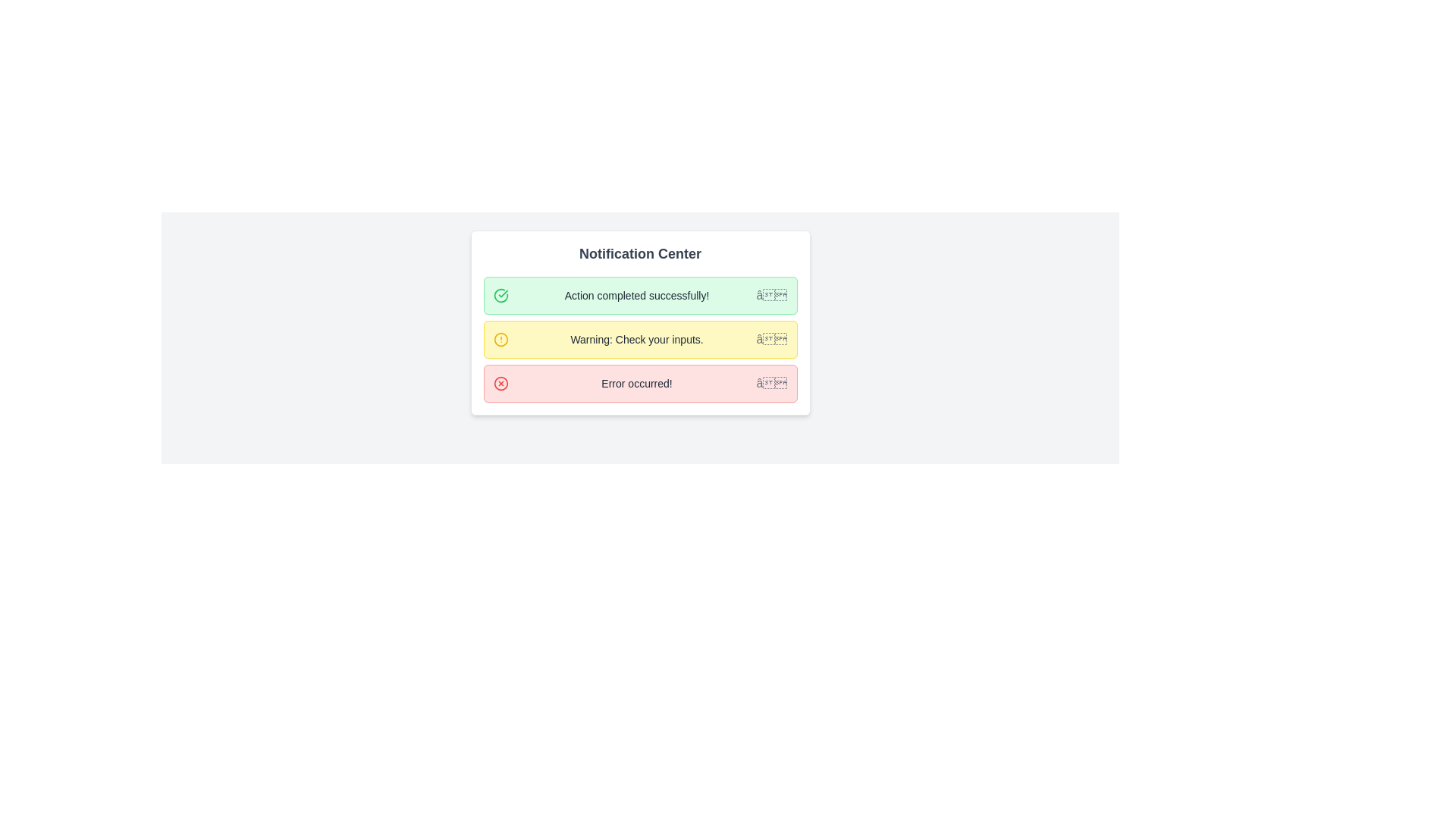  I want to click on message in the warning notification alert that says 'Warning: Check your inputs.', so click(640, 338).